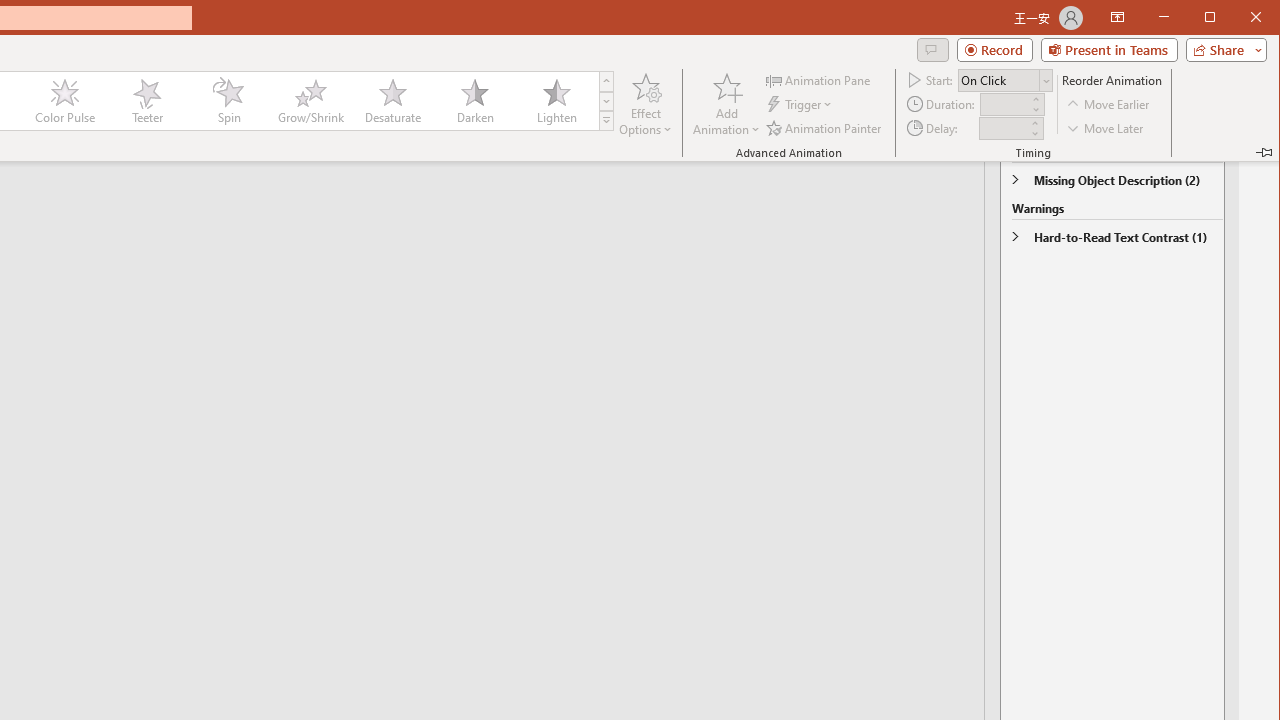  Describe the element at coordinates (1116, 18) in the screenshot. I see `'Ribbon Display Options'` at that location.